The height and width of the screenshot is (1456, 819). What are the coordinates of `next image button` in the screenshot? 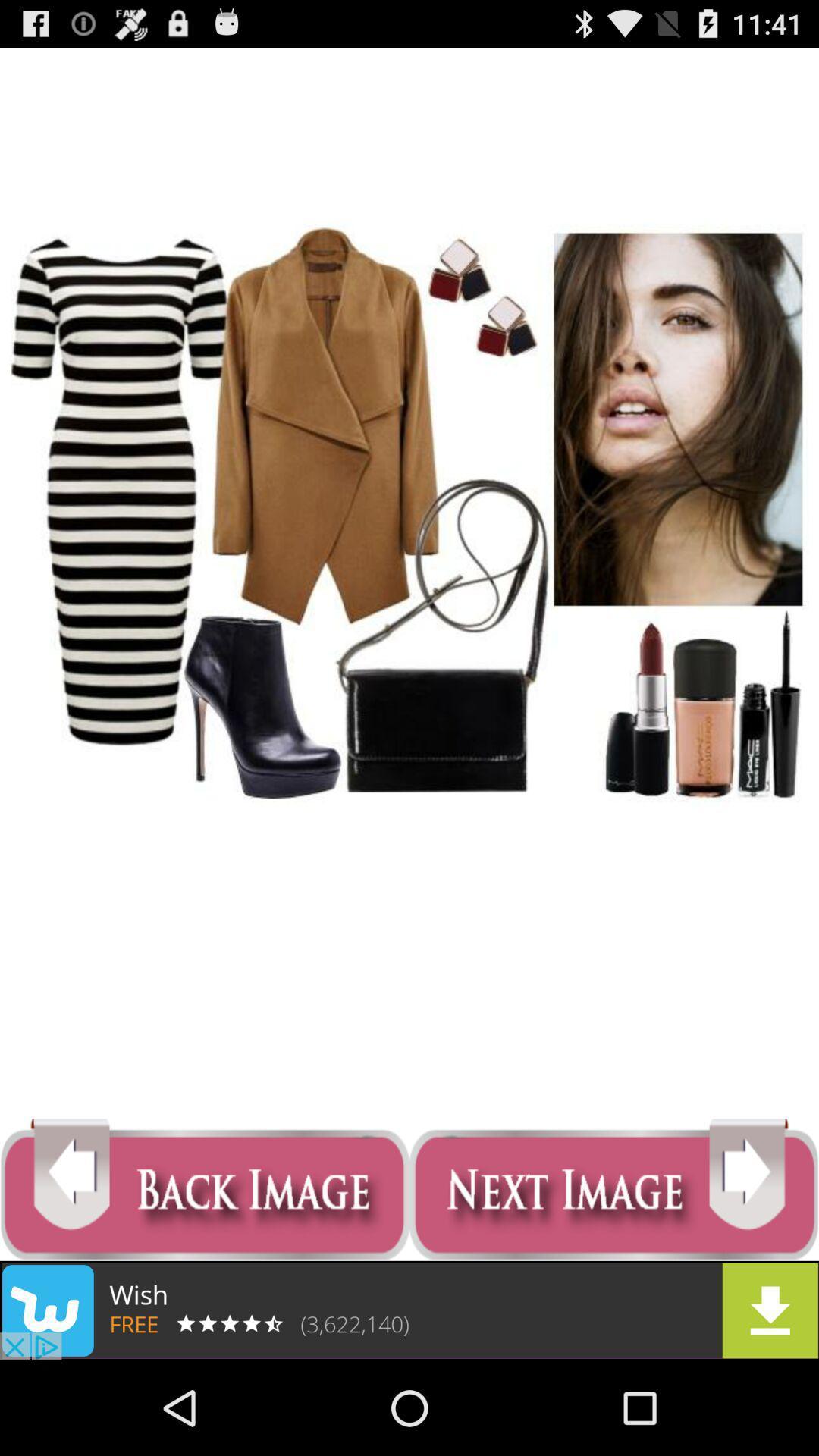 It's located at (614, 1189).